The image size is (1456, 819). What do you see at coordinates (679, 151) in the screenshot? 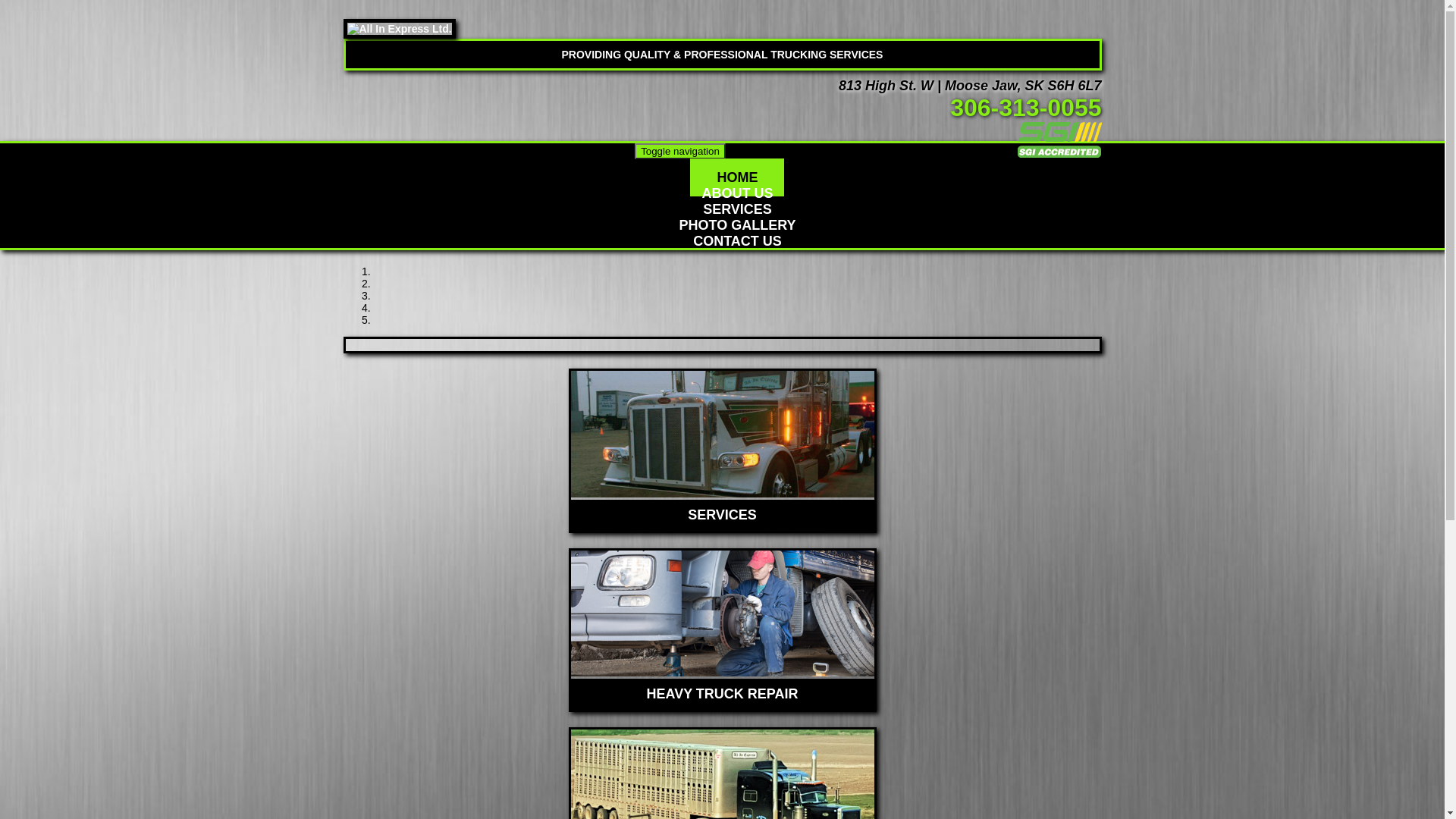
I see `'Toggle navigation'` at bounding box center [679, 151].